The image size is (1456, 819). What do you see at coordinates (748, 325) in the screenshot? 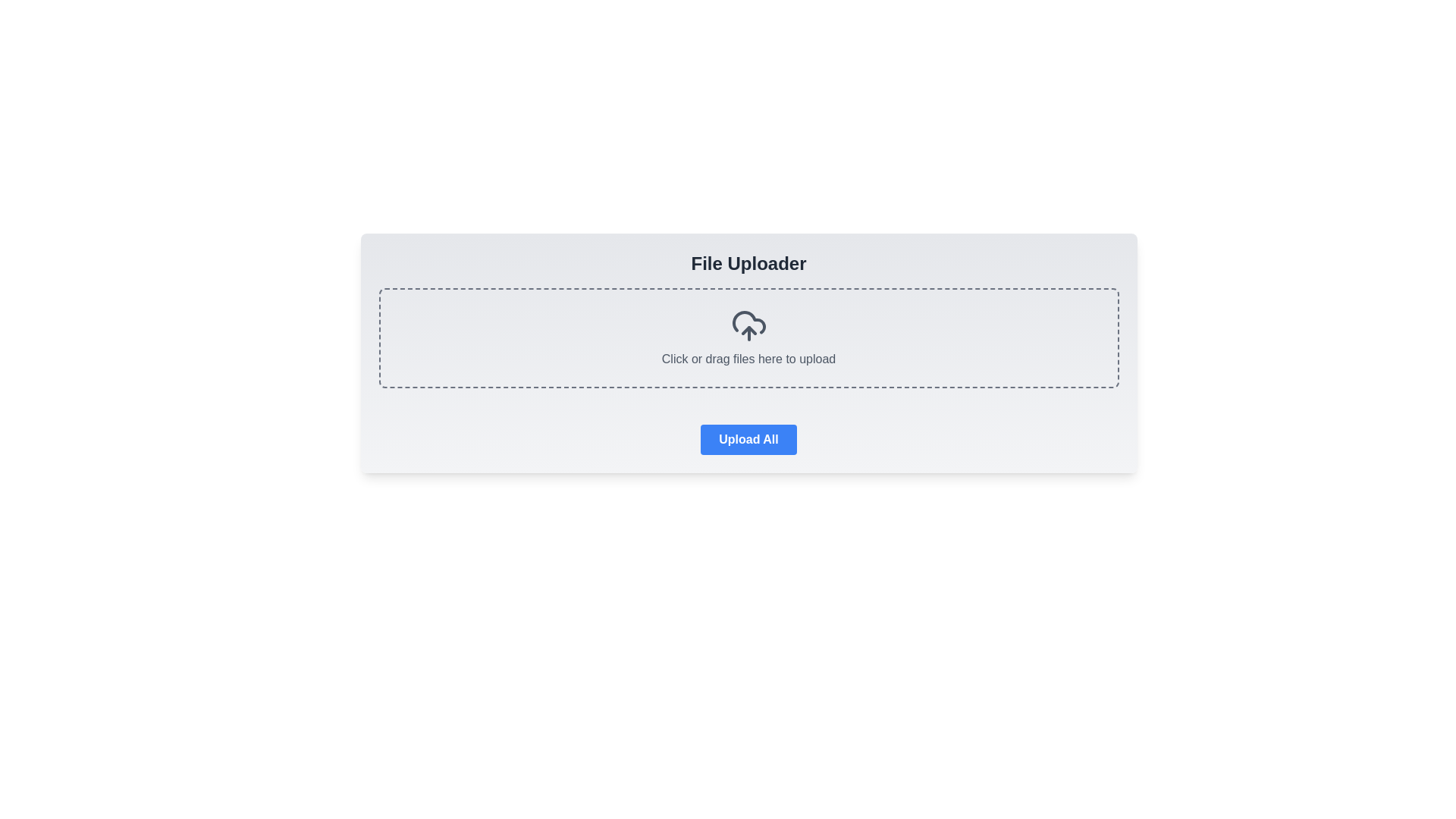
I see `the file upload icon, which is centrally located above the text 'Click or drag files here to upload' and inside a dashed rectangular boundary, to change its appearance slightly` at bounding box center [748, 325].